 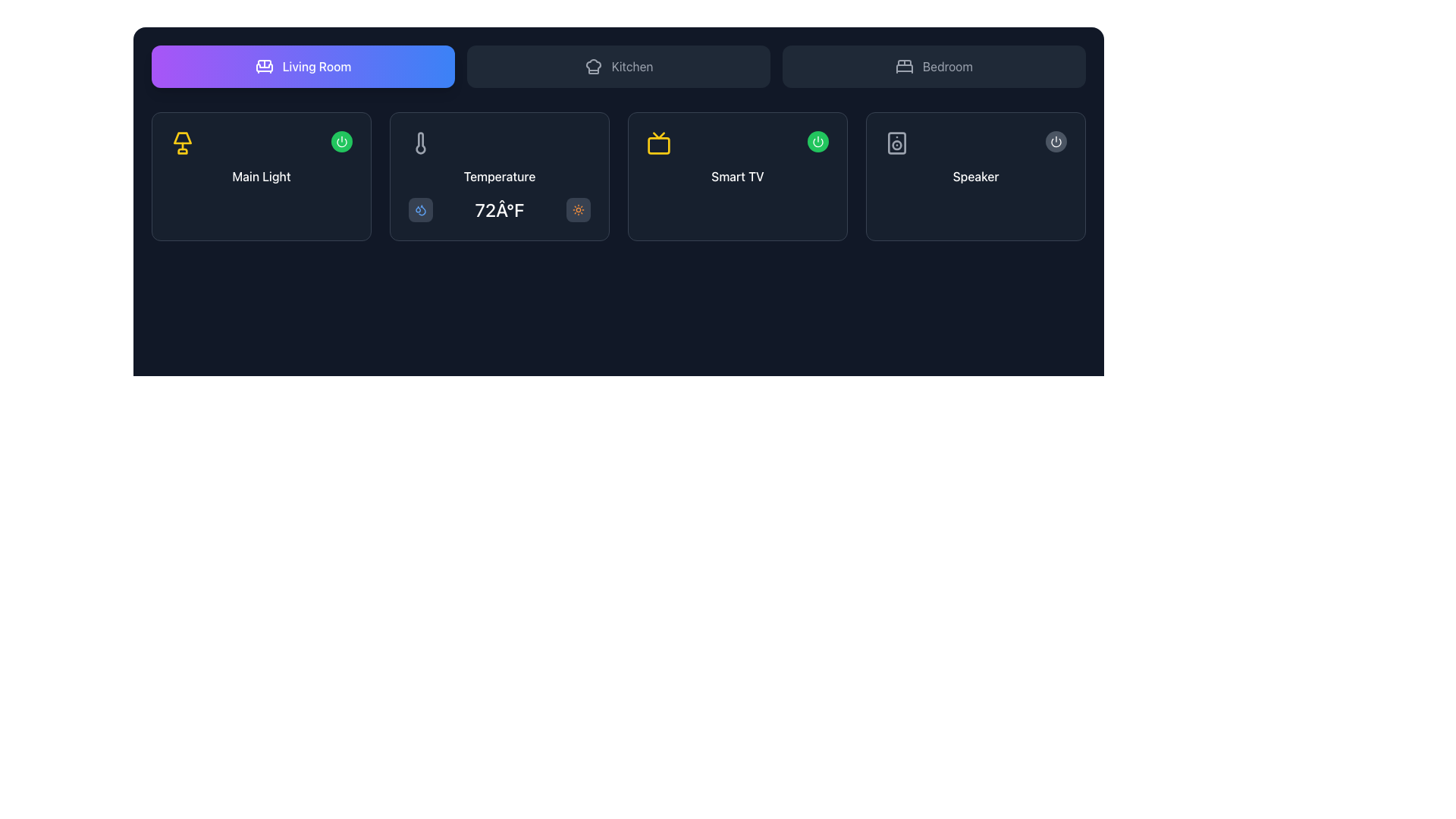 I want to click on the toggle button located in the top-right corner of the 'Main Light' card, so click(x=341, y=141).